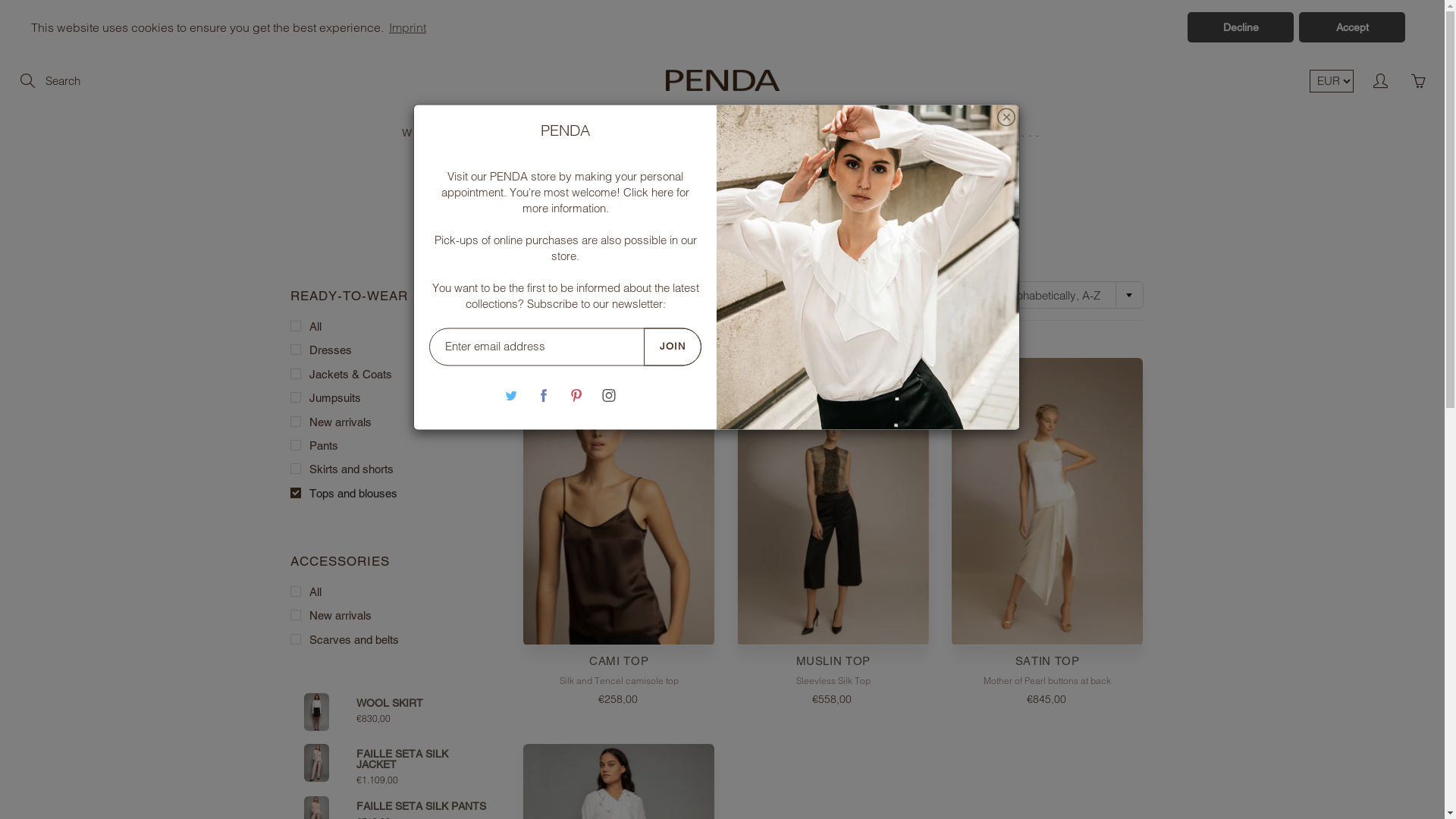 The height and width of the screenshot is (819, 1456). Describe the element at coordinates (609, 394) in the screenshot. I see `'Instagram'` at that location.